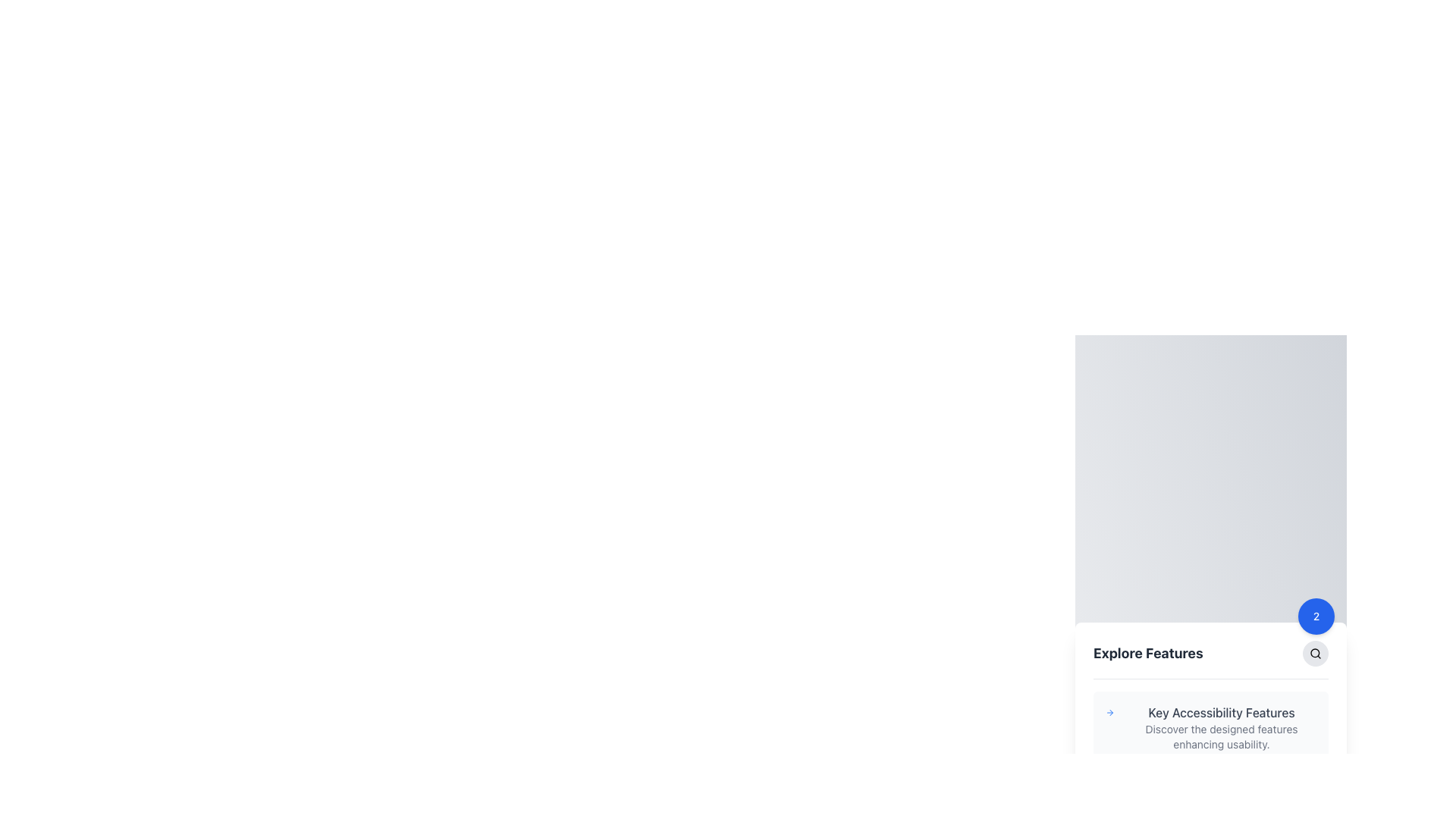  What do you see at coordinates (1110, 712) in the screenshot?
I see `the blue arrow icon pointing to the right, which is located to the left of the text 'Key Accessibility Features'` at bounding box center [1110, 712].